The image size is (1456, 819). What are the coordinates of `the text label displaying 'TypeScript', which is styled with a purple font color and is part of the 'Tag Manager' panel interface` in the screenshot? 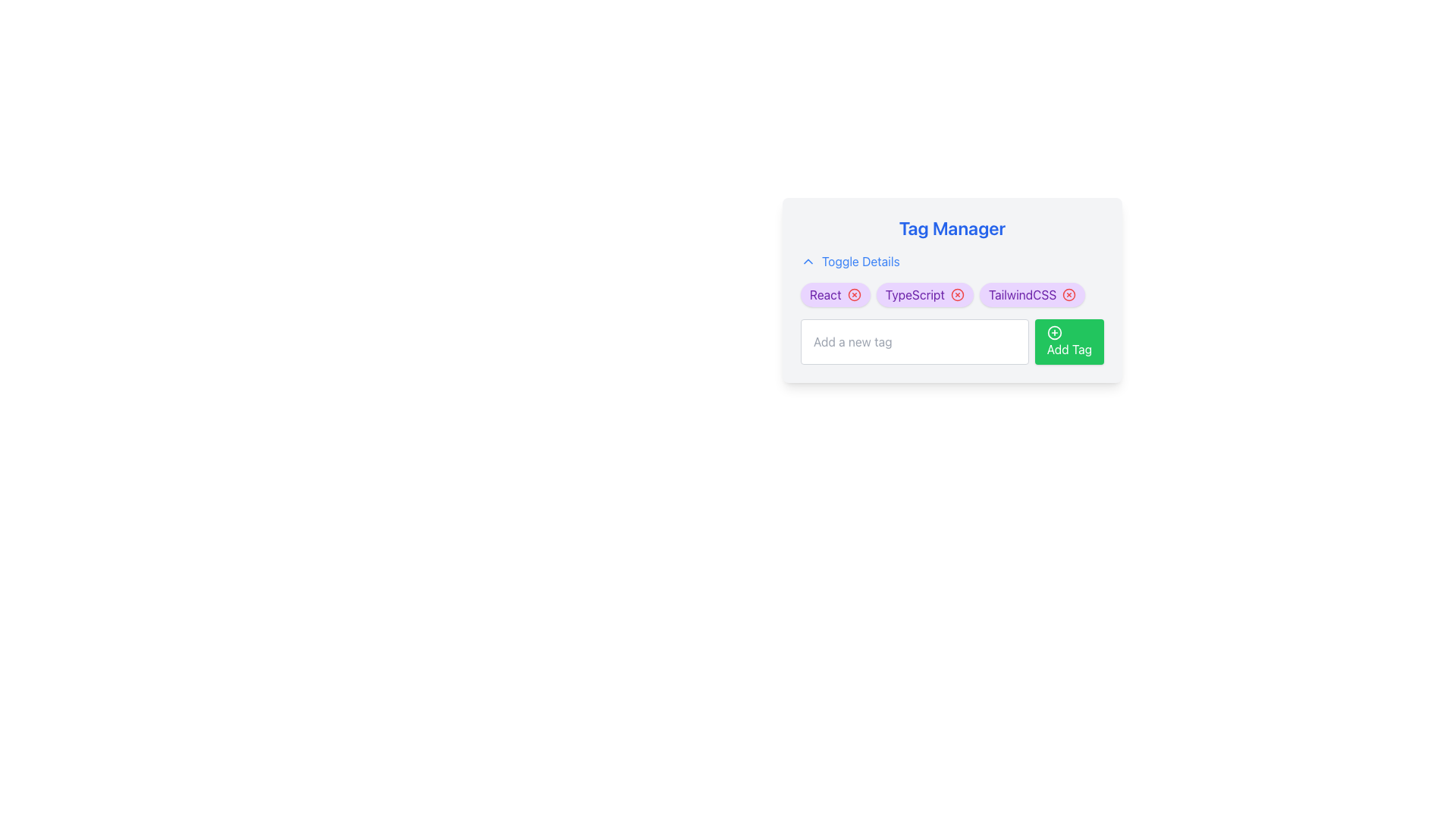 It's located at (914, 295).